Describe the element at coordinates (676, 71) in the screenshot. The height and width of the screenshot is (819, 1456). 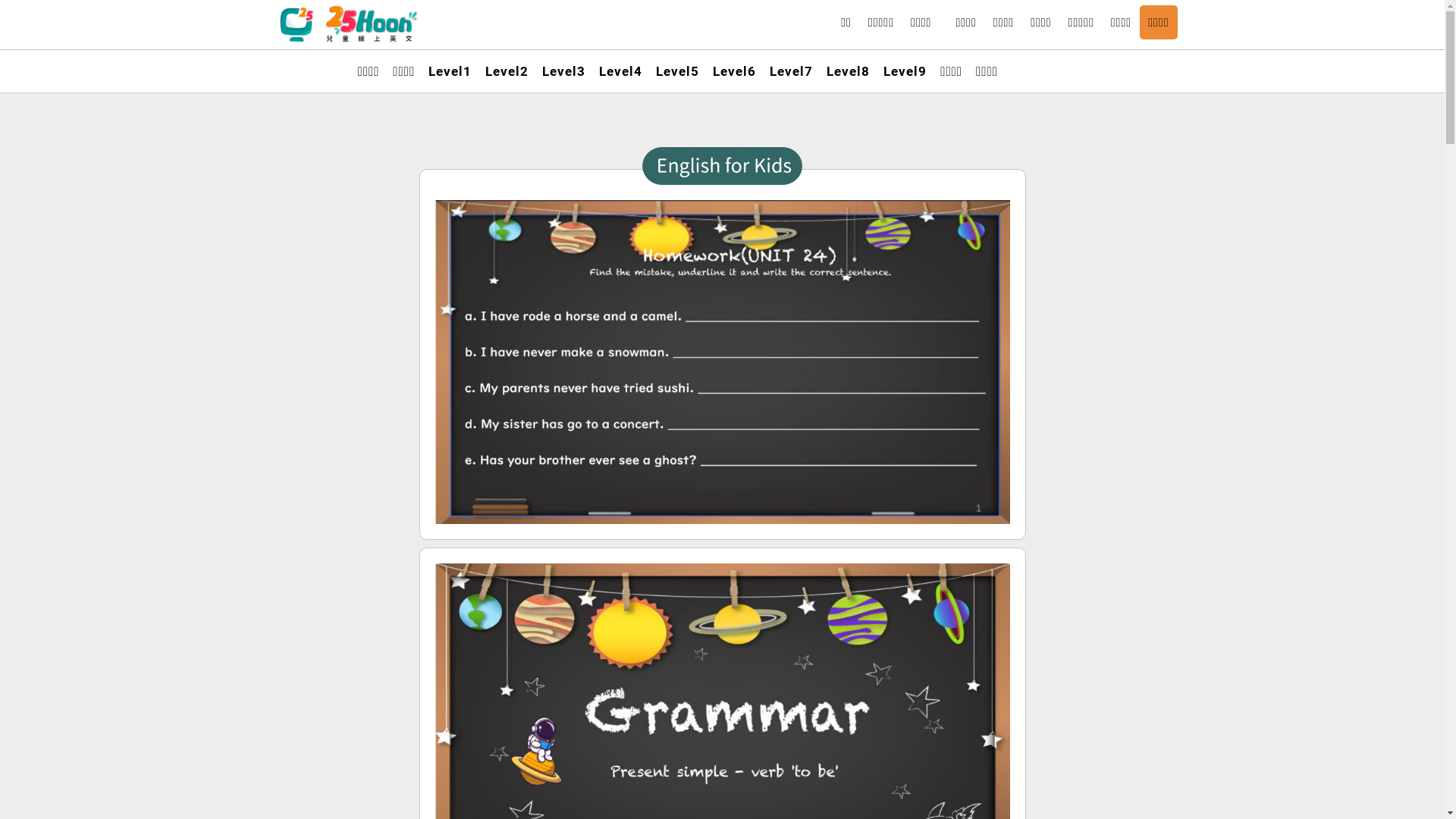
I see `'Level5'` at that location.